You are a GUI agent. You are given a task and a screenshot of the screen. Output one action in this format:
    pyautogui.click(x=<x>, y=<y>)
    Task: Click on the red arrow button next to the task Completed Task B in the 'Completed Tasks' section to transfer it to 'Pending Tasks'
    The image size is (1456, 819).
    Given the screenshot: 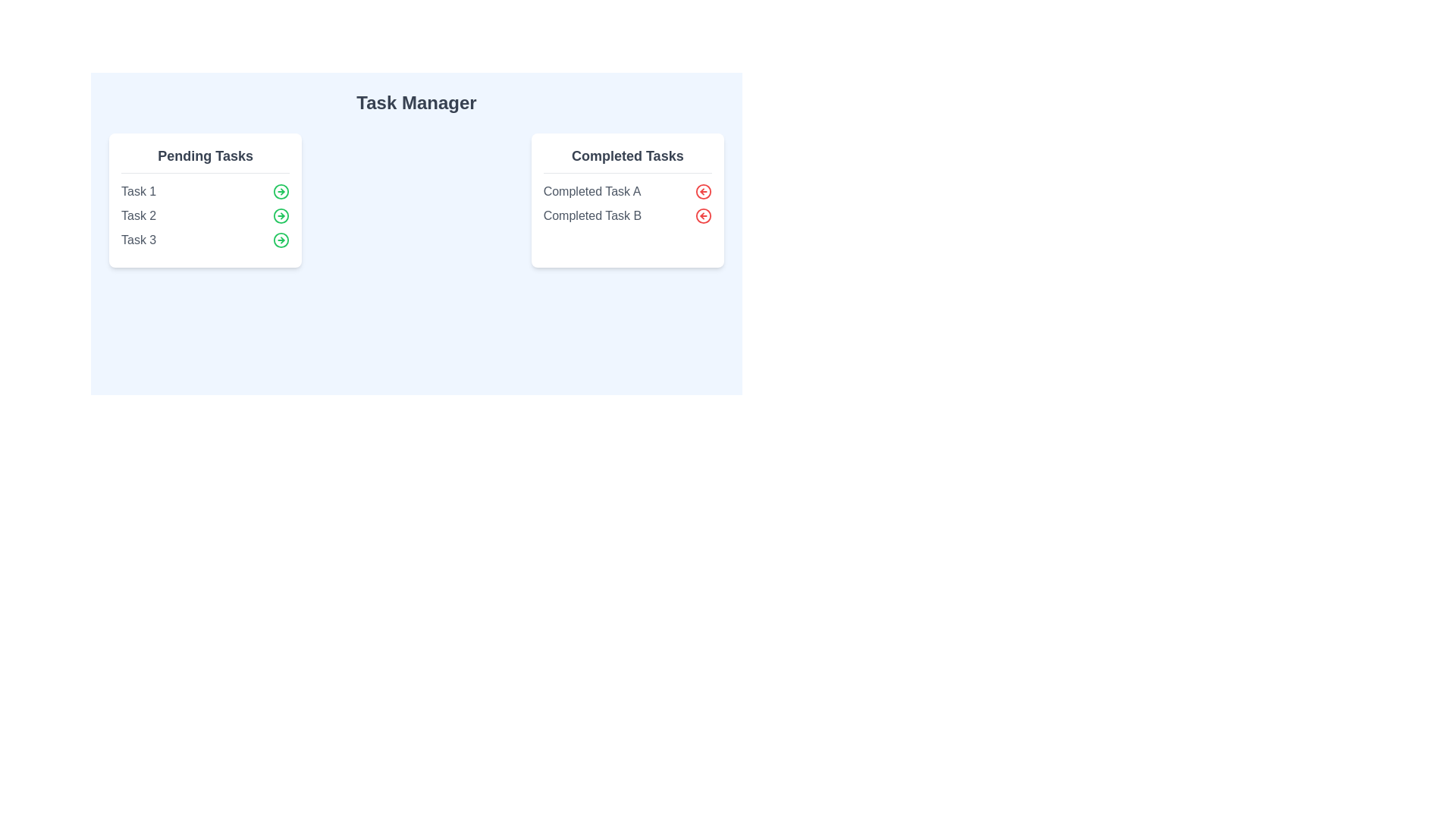 What is the action you would take?
    pyautogui.click(x=702, y=216)
    